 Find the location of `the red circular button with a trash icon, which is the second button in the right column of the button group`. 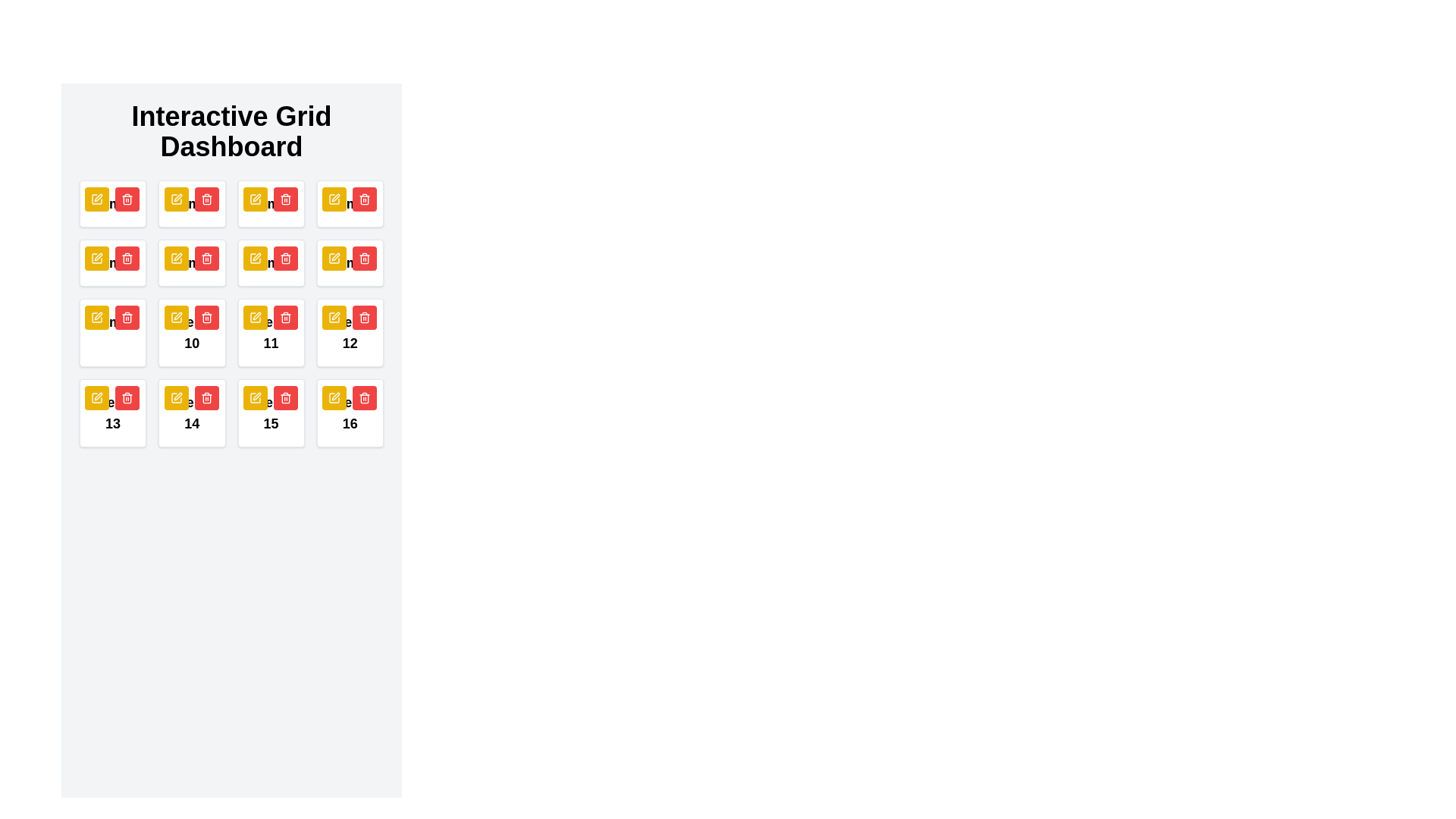

the red circular button with a trash icon, which is the second button in the right column of the button group is located at coordinates (285, 397).